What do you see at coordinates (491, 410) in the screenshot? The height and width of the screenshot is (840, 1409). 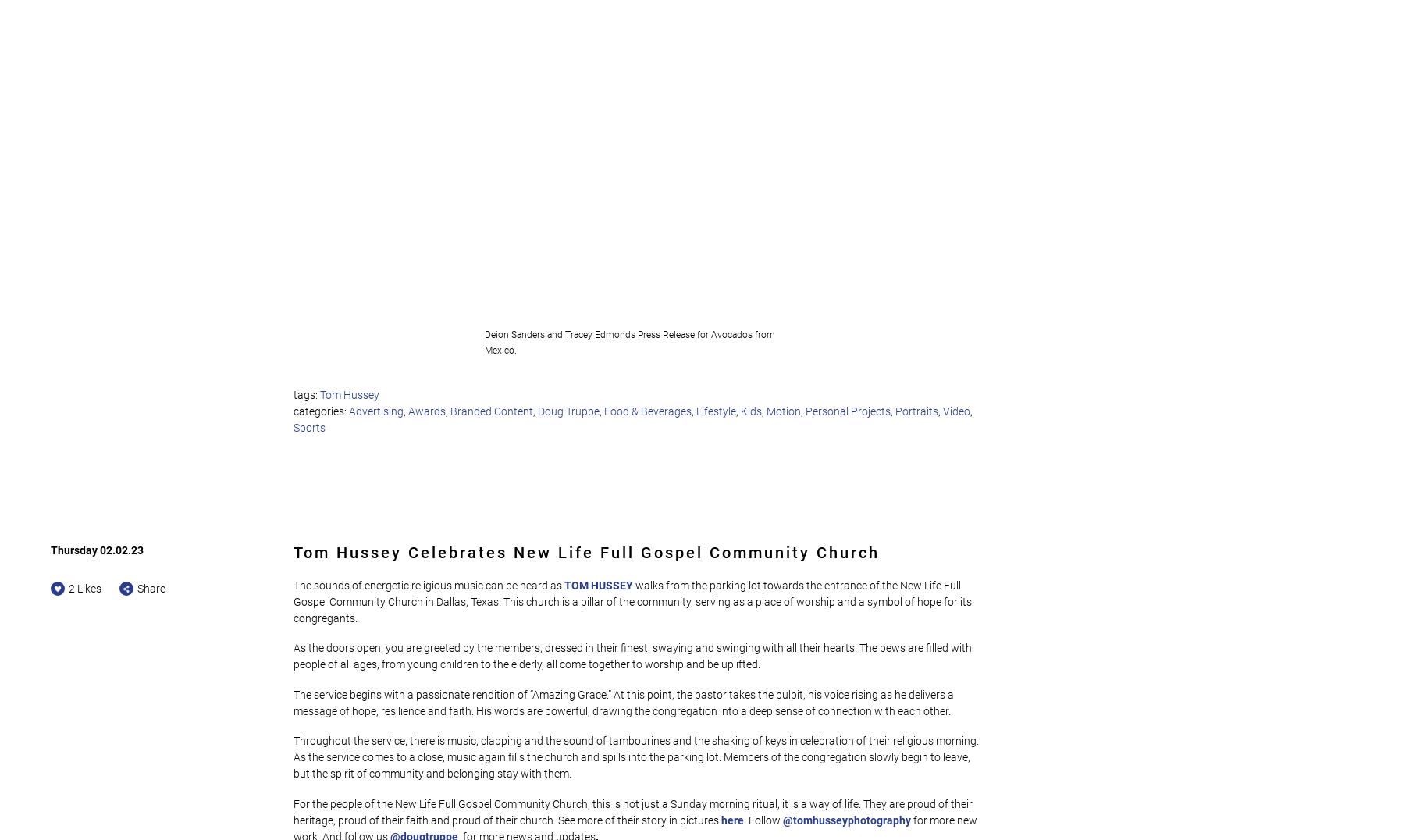 I see `'Branded Content'` at bounding box center [491, 410].